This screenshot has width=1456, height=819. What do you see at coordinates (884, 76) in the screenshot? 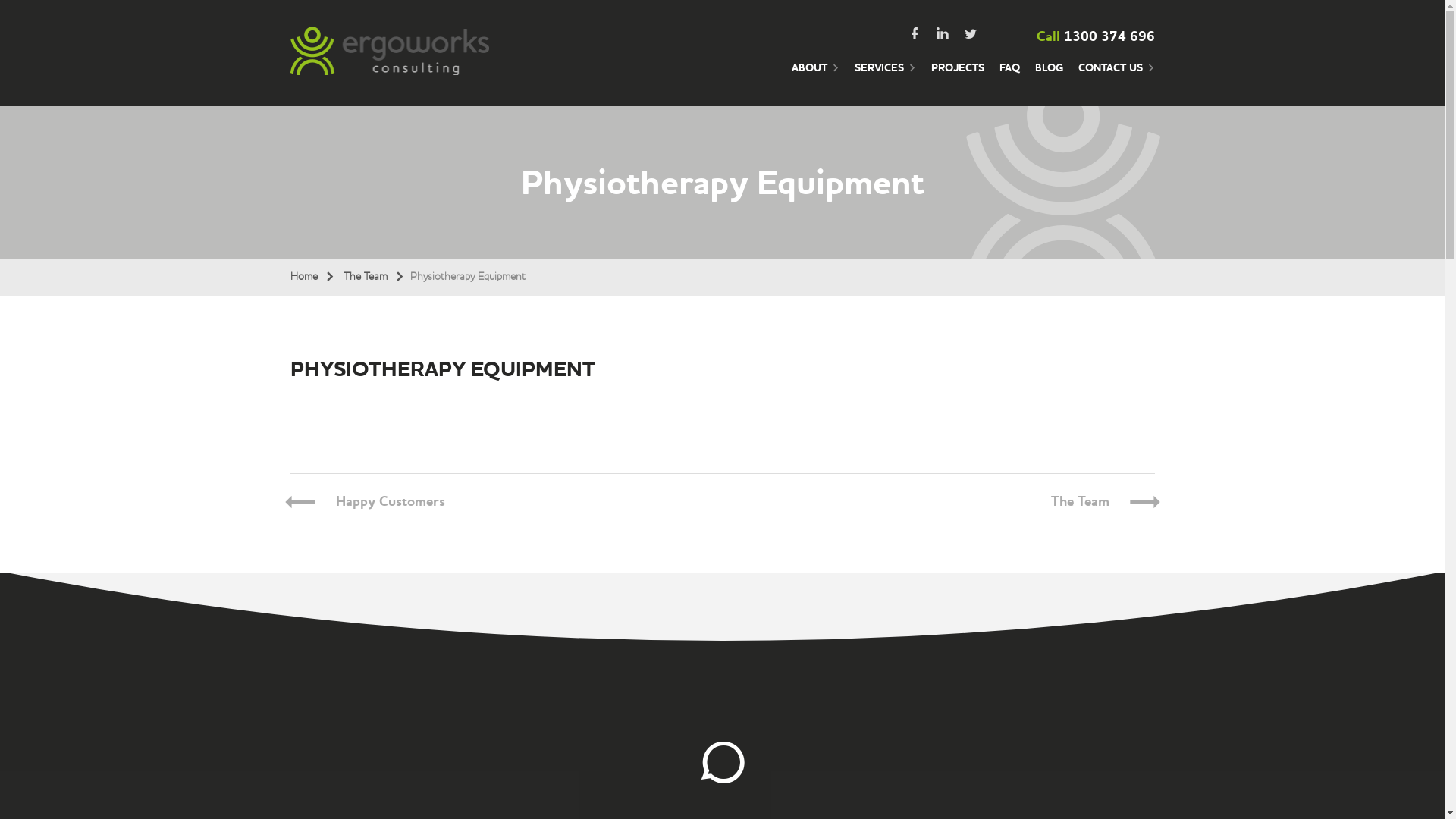
I see `'SERVICES'` at bounding box center [884, 76].